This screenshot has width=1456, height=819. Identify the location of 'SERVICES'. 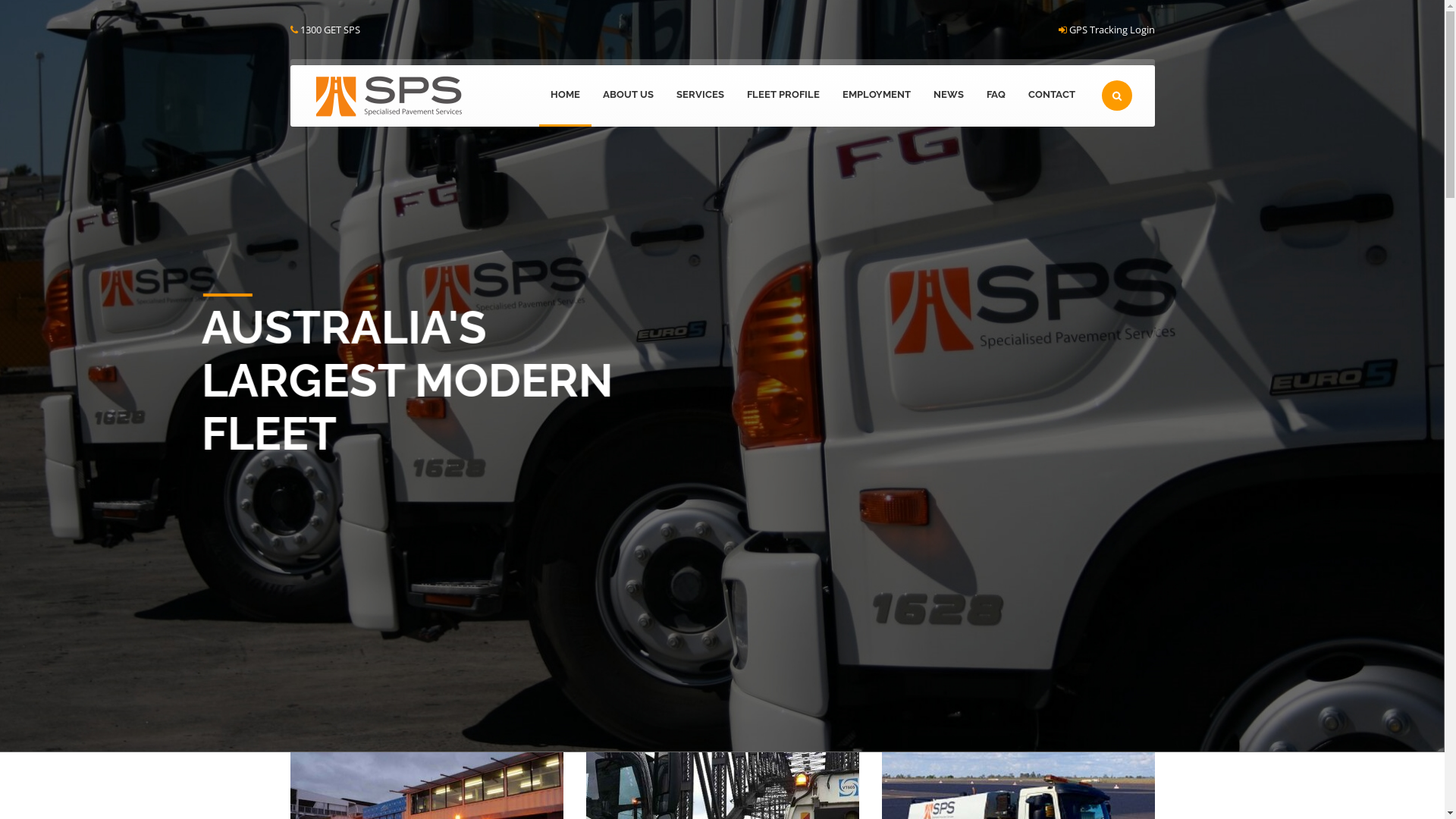
(698, 96).